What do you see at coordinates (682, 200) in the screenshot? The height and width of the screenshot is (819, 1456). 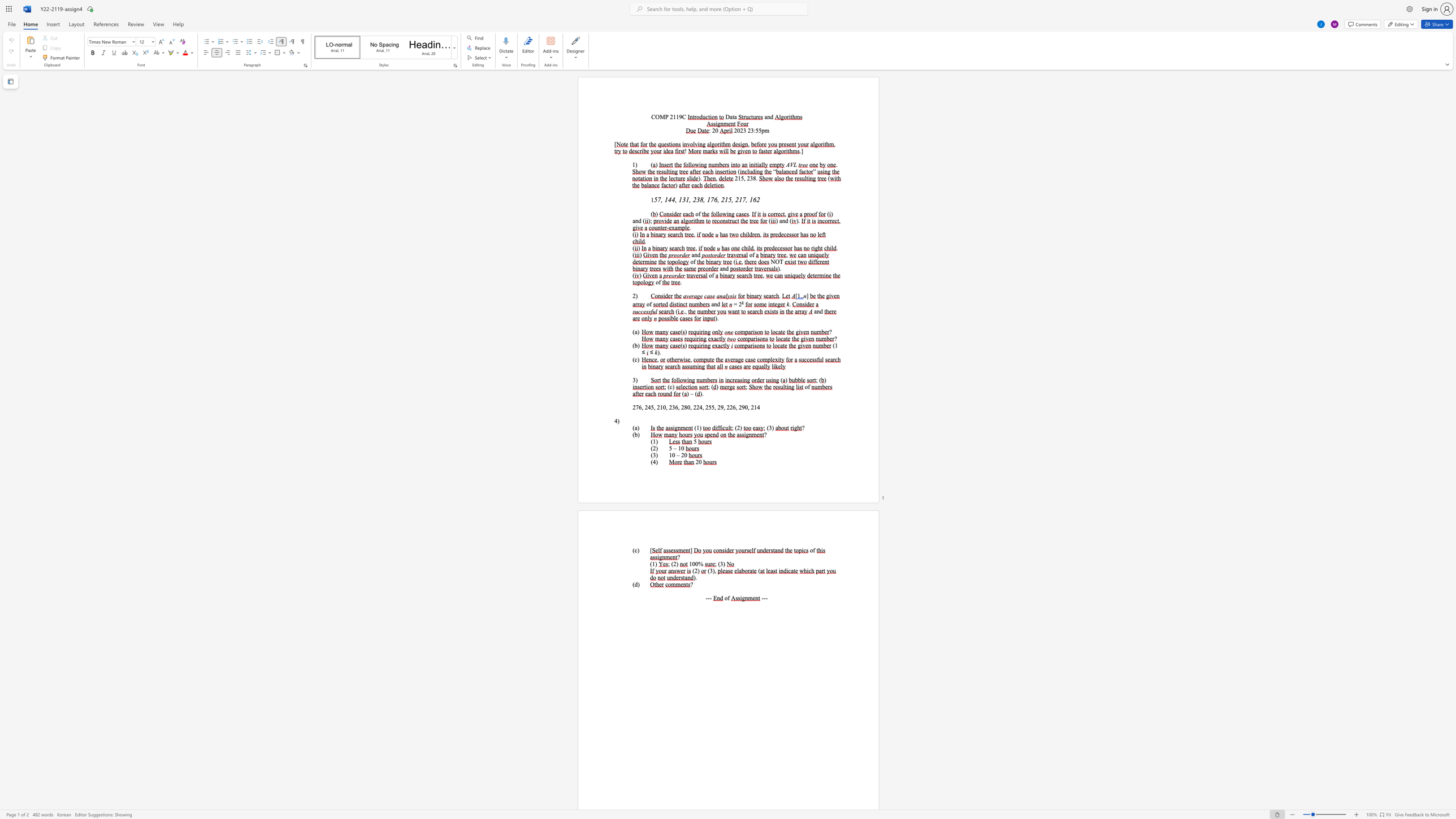 I see `the subset text "31, 238, 17" within the text "57, 144, 131, 238, 176, 215, 217, 162"` at bounding box center [682, 200].